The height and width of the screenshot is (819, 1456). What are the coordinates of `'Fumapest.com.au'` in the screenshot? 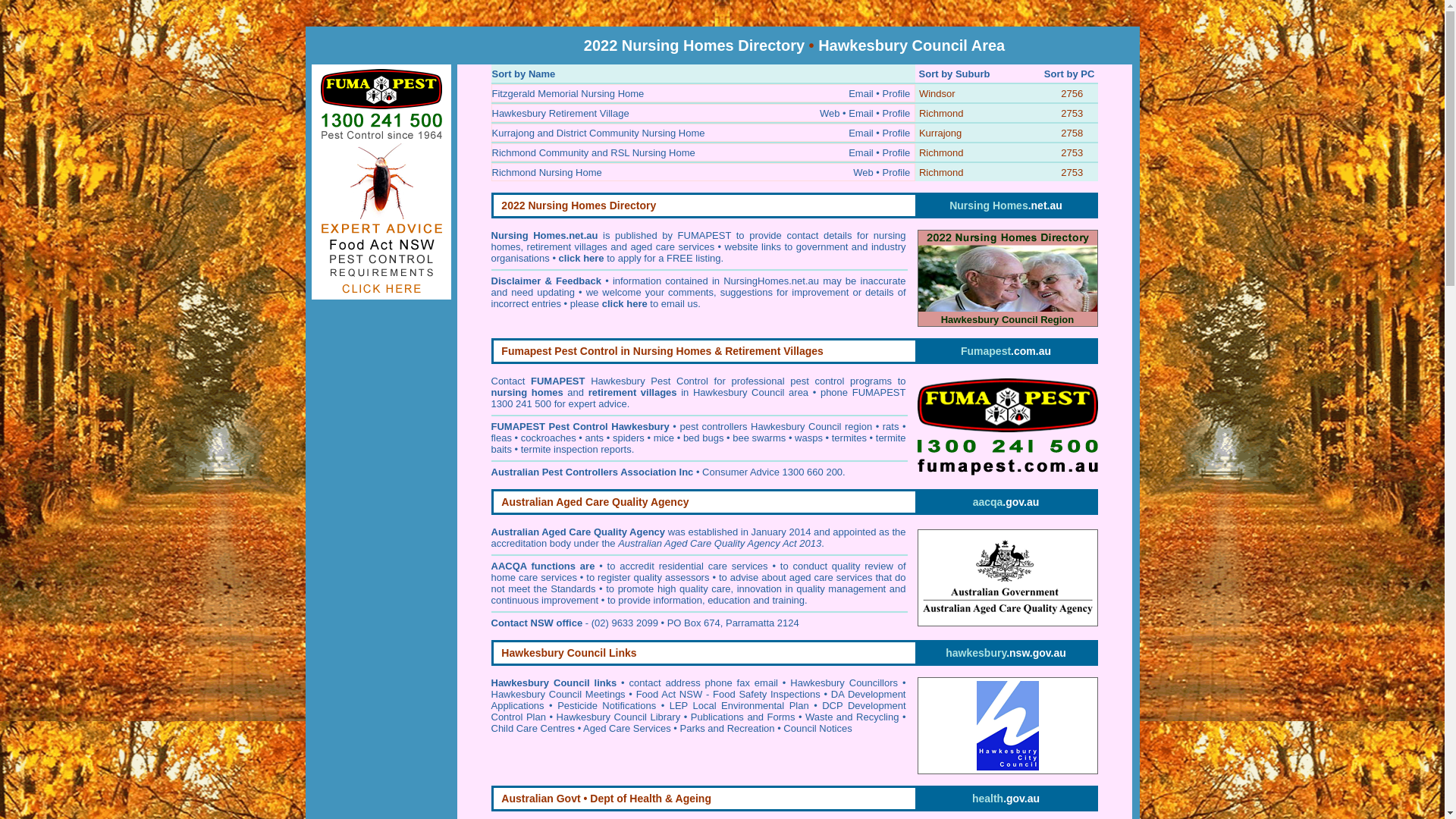 It's located at (1006, 350).